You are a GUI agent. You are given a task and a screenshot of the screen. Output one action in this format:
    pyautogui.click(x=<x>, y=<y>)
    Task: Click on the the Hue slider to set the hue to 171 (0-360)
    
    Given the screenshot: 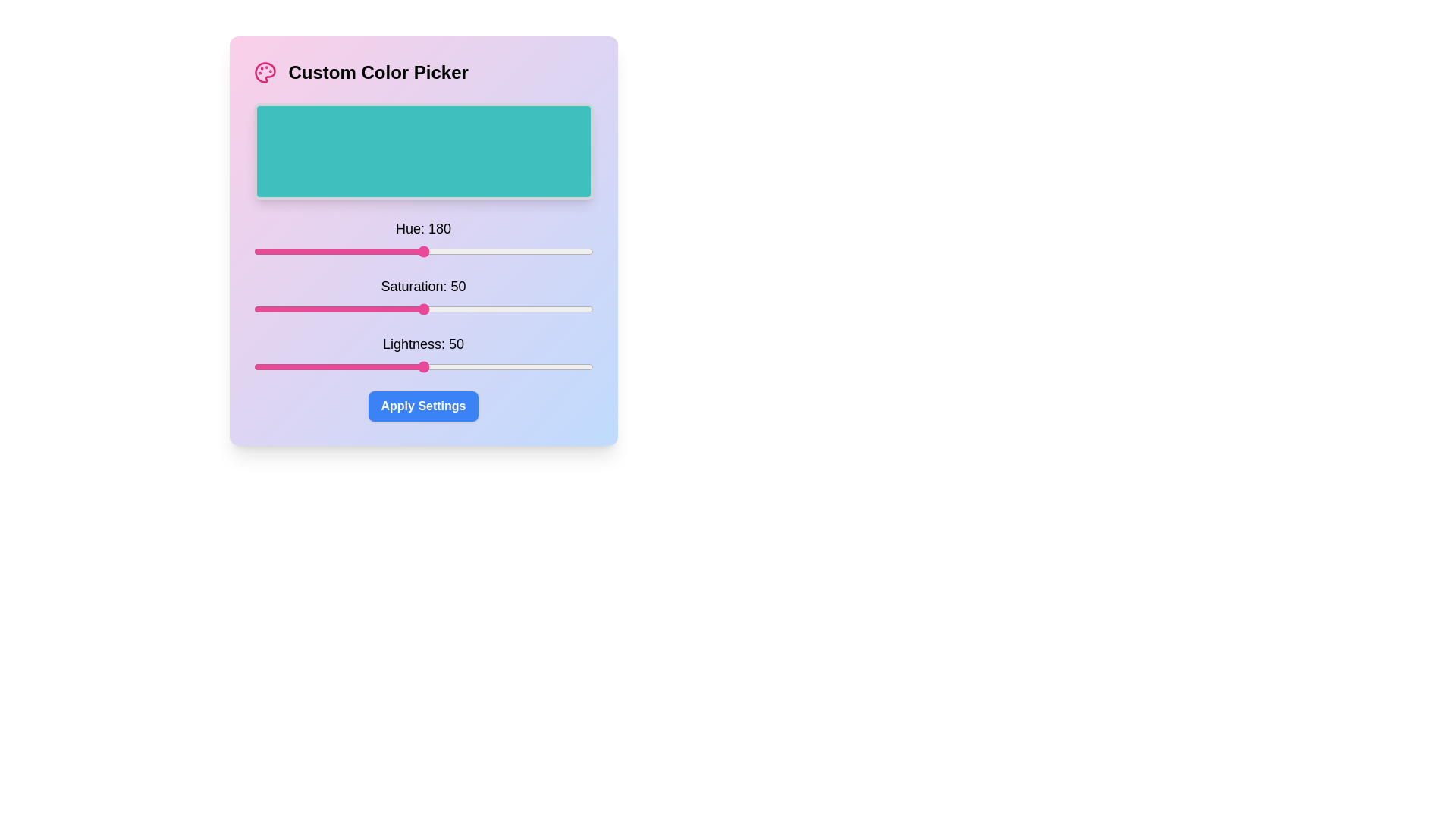 What is the action you would take?
    pyautogui.click(x=415, y=250)
    